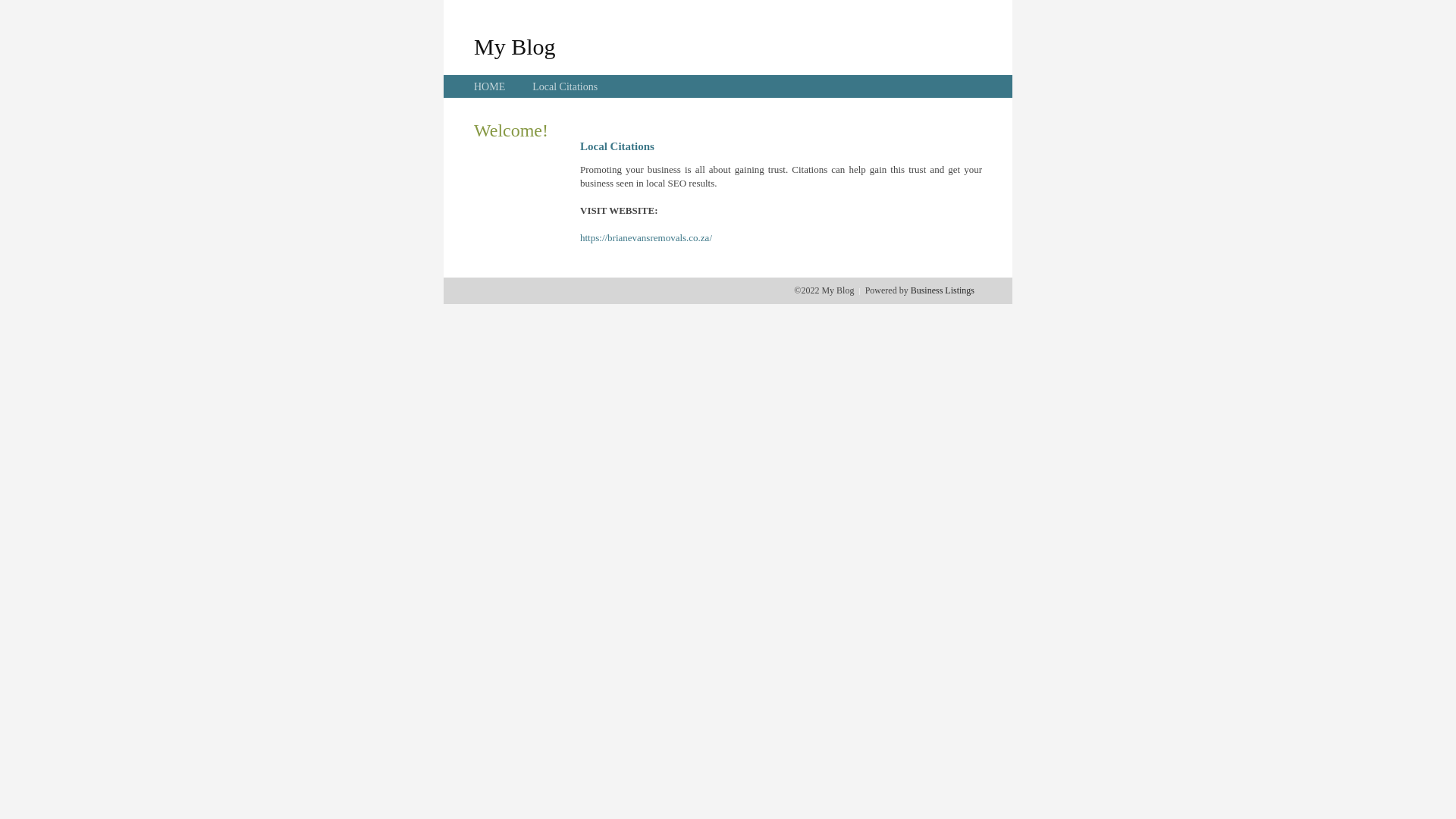 Image resolution: width=1456 pixels, height=819 pixels. I want to click on 'Business Listings', so click(910, 290).